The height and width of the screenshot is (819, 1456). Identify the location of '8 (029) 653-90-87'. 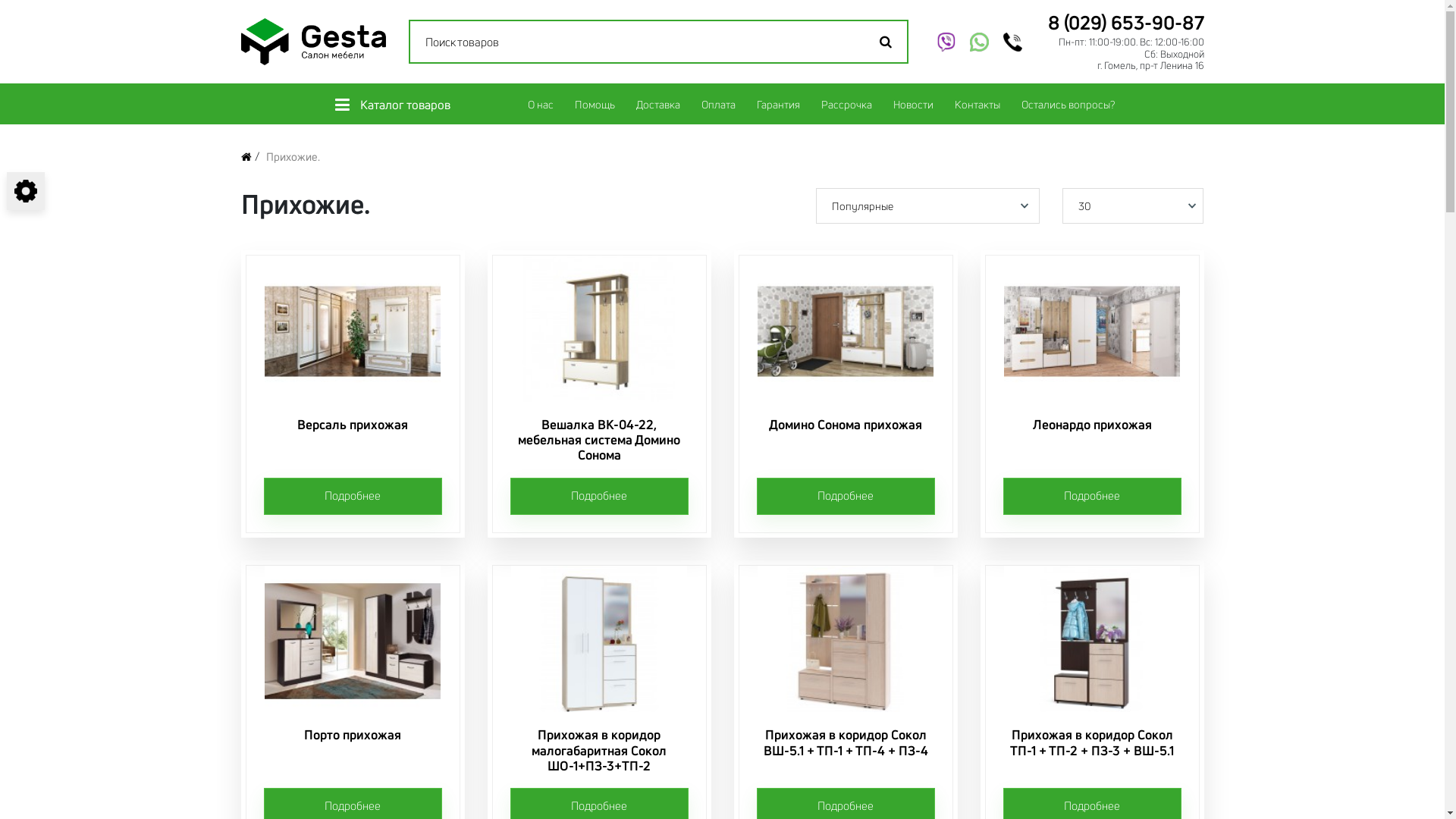
(1125, 23).